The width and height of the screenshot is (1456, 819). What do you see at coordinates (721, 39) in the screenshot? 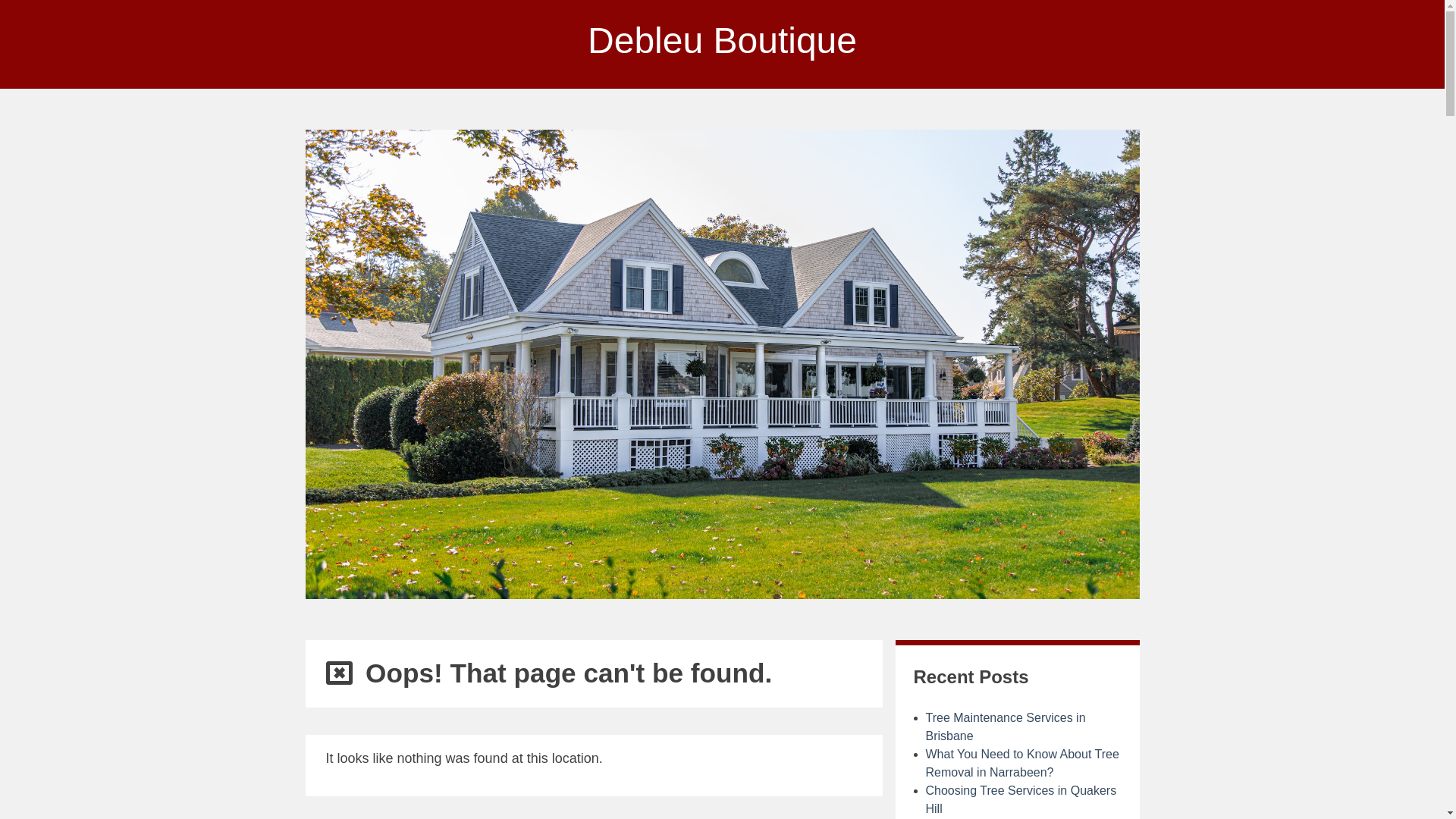
I see `'Debleu Boutique'` at bounding box center [721, 39].